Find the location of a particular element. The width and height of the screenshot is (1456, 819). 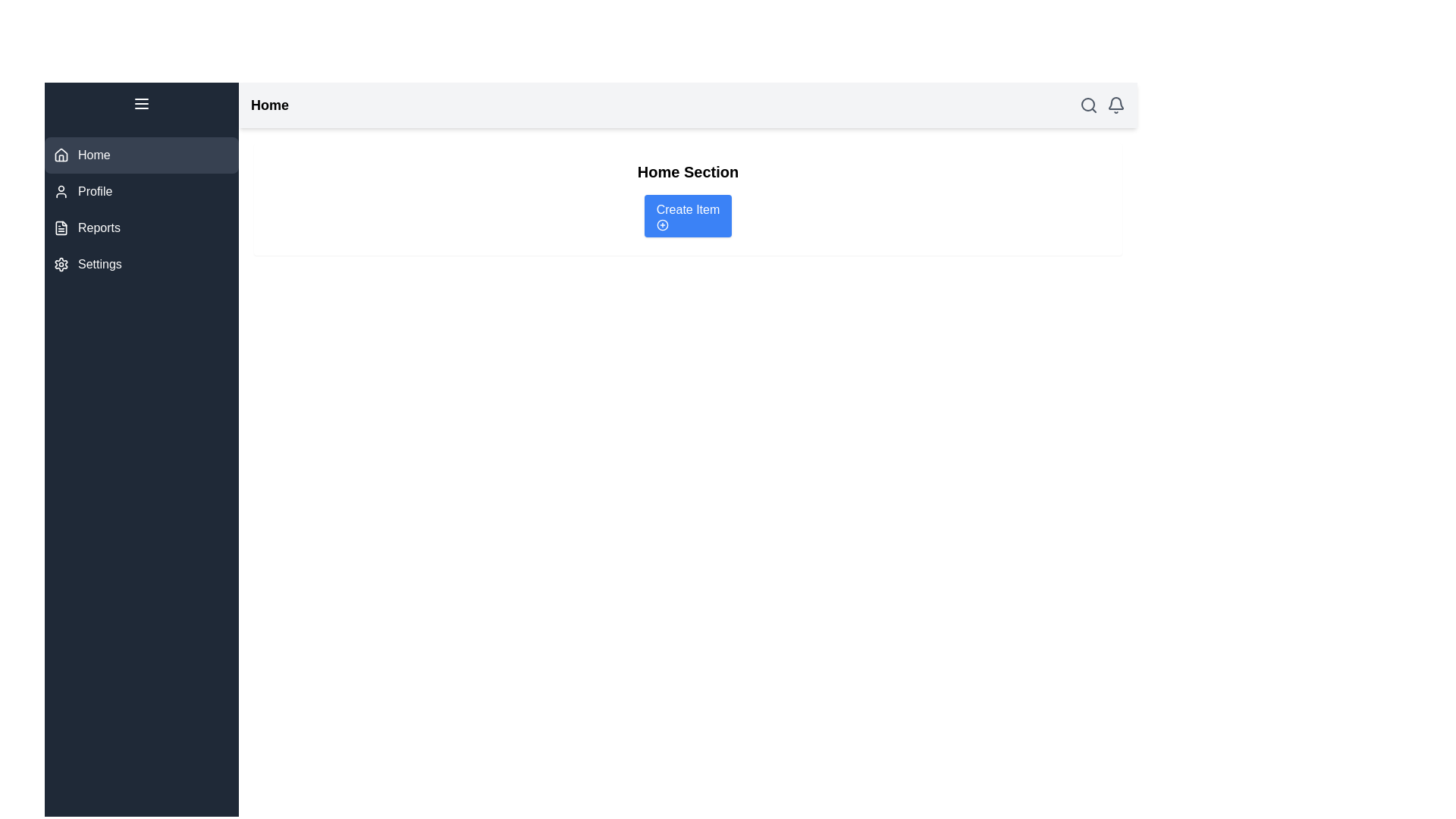

the 'Settings' text label in the sidebar navigation menu, which is located below the 'Reports' menu item and to the right of the gear icon is located at coordinates (99, 263).